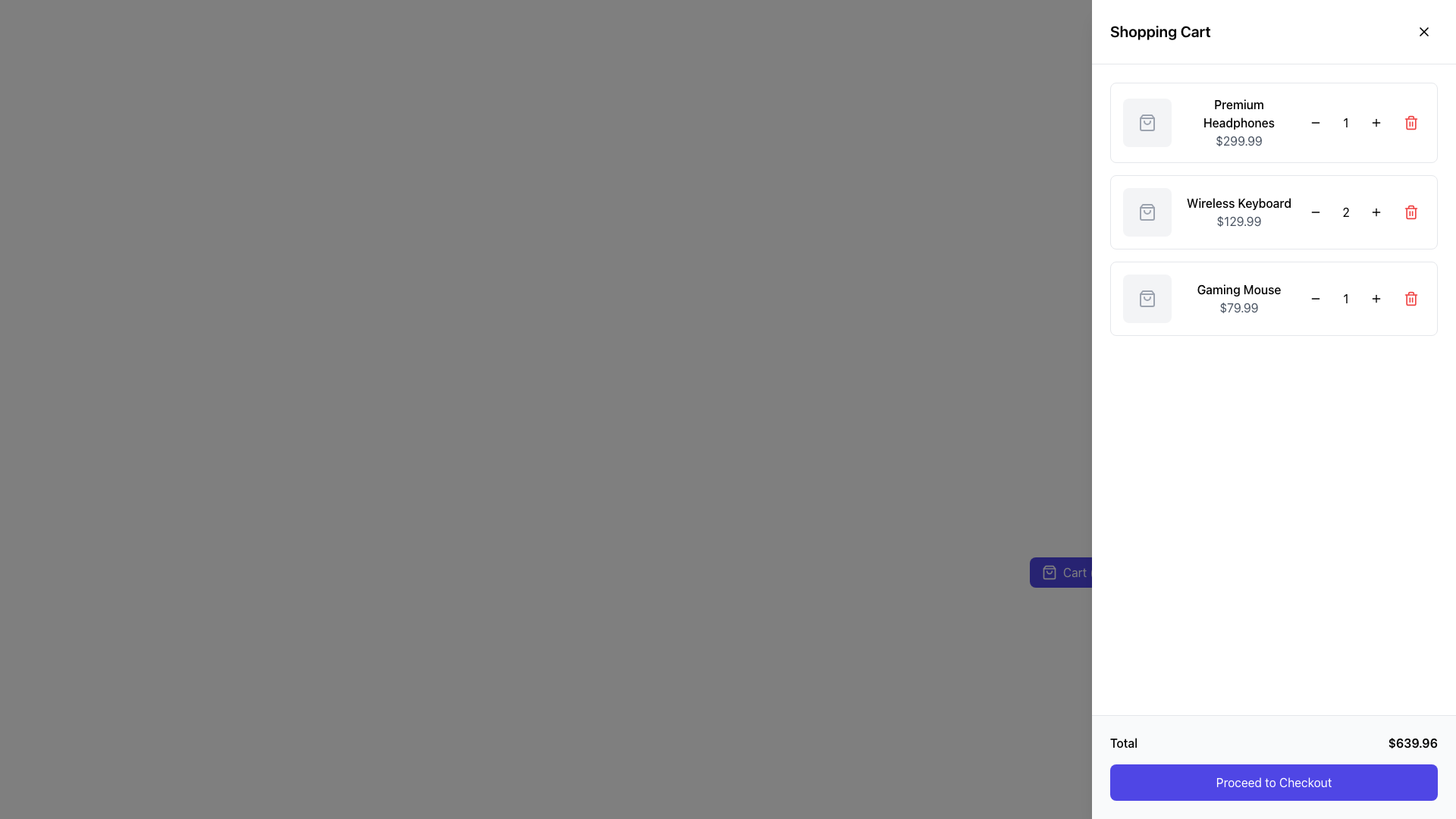 Image resolution: width=1456 pixels, height=819 pixels. I want to click on the icon button located to the right of the number '1' indicating the current quantity of the 'Gaming Mouse' product in the shopping cart to increase the quantity, so click(1376, 298).